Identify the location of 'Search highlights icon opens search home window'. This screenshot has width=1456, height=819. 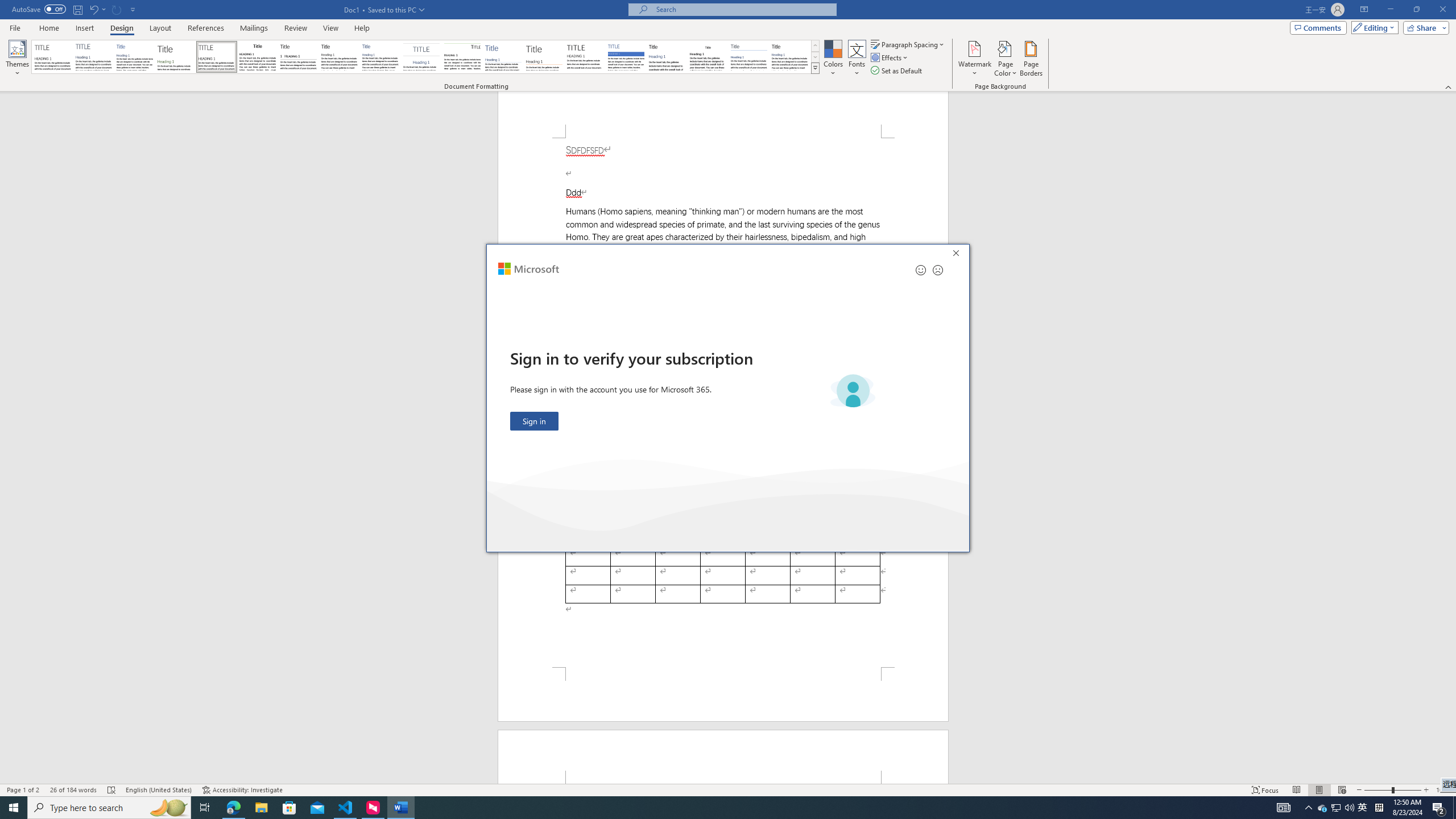
(167, 806).